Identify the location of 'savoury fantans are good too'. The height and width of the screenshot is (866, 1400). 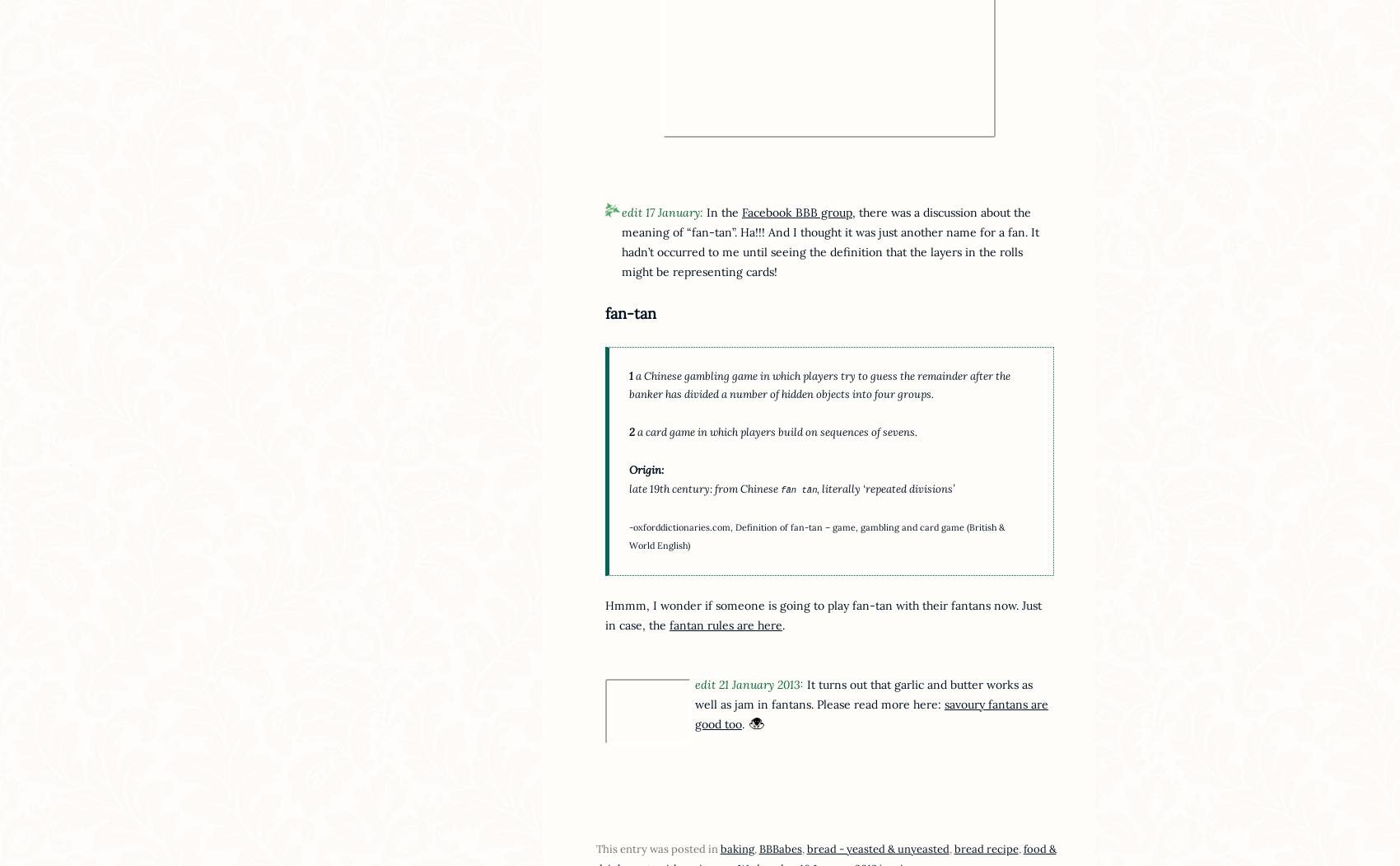
(870, 713).